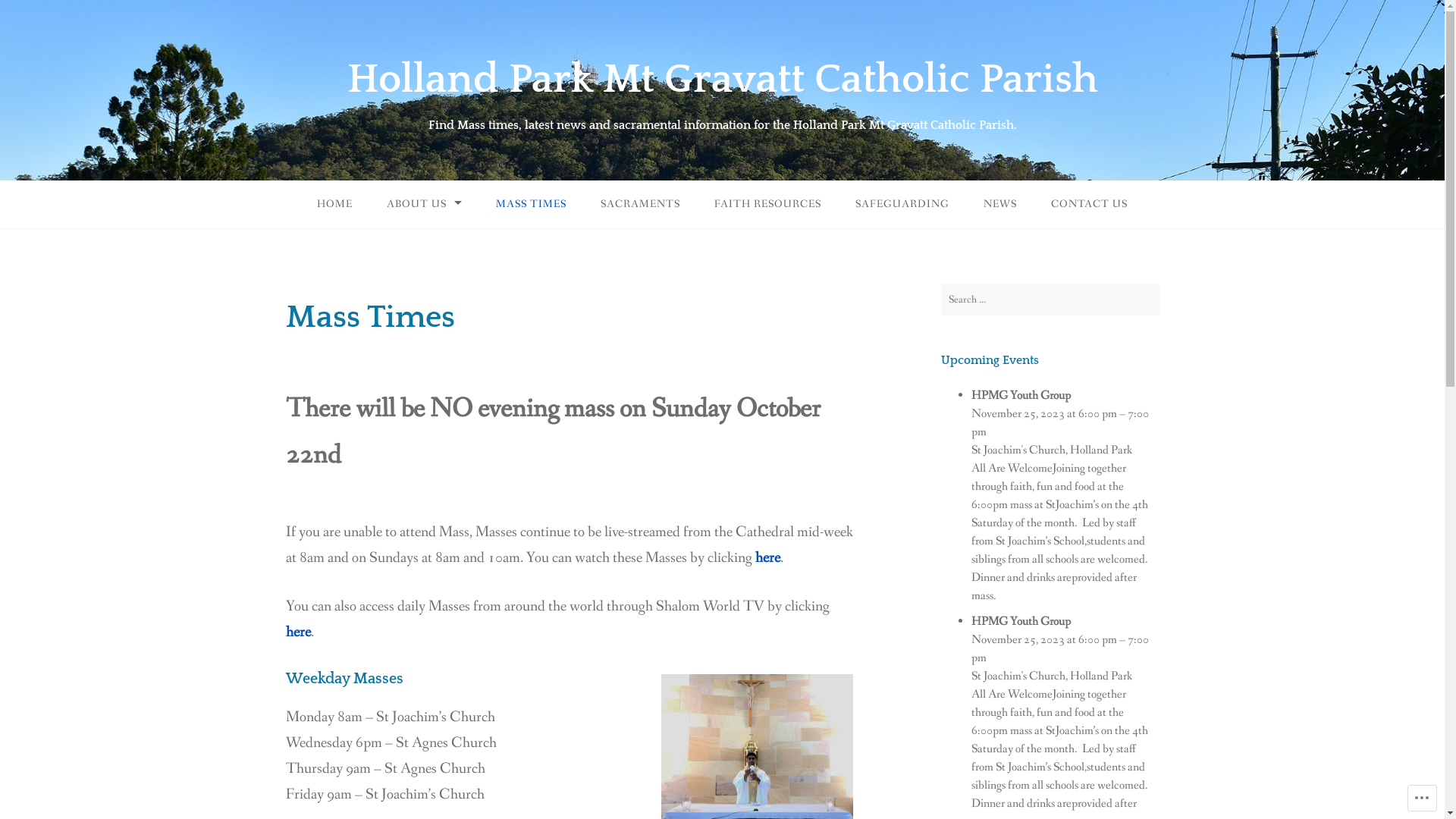 This screenshot has height=819, width=1456. What do you see at coordinates (902, 203) in the screenshot?
I see `'SAFEGUARDING'` at bounding box center [902, 203].